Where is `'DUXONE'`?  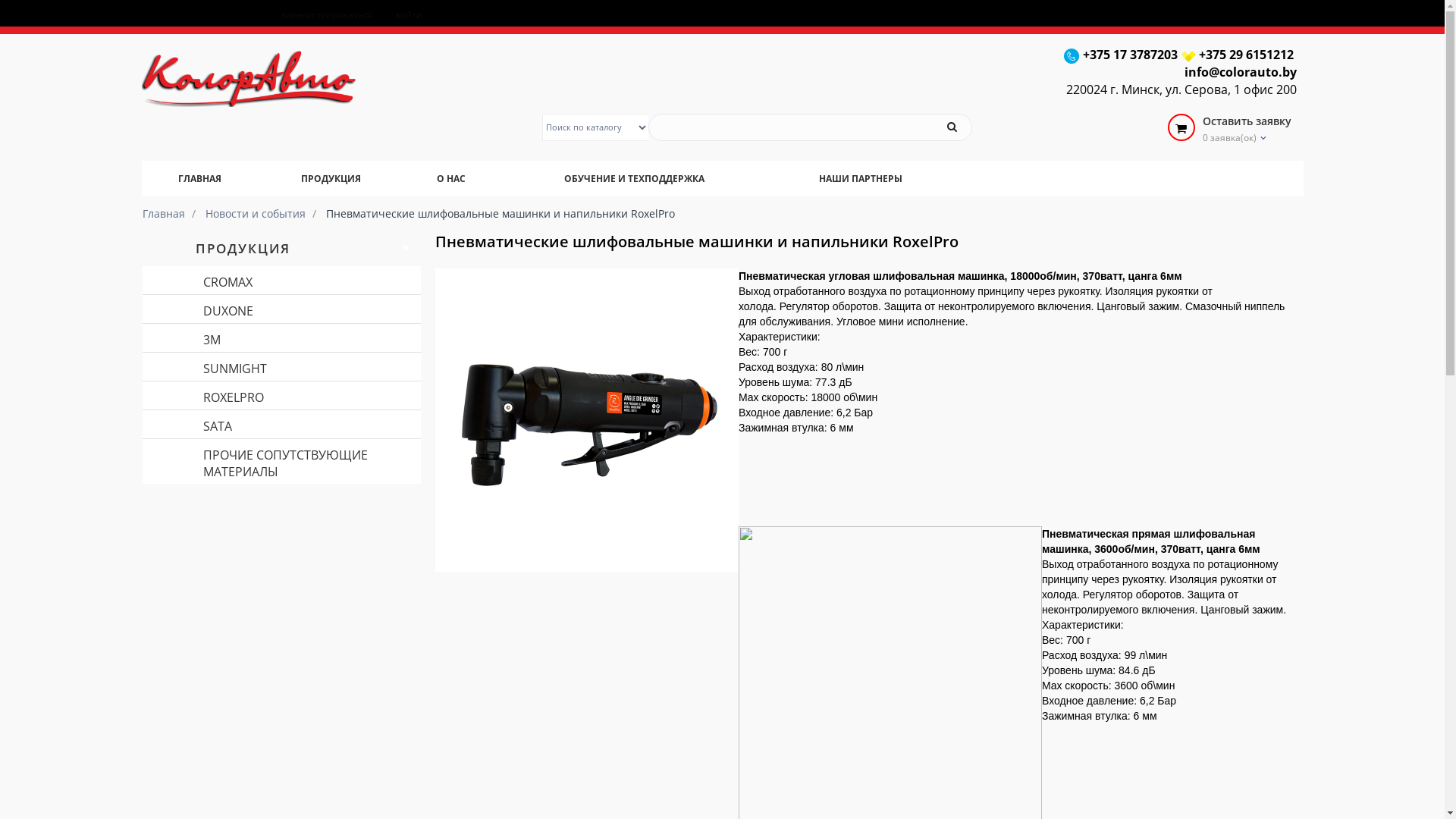
'DUXONE' is located at coordinates (142, 309).